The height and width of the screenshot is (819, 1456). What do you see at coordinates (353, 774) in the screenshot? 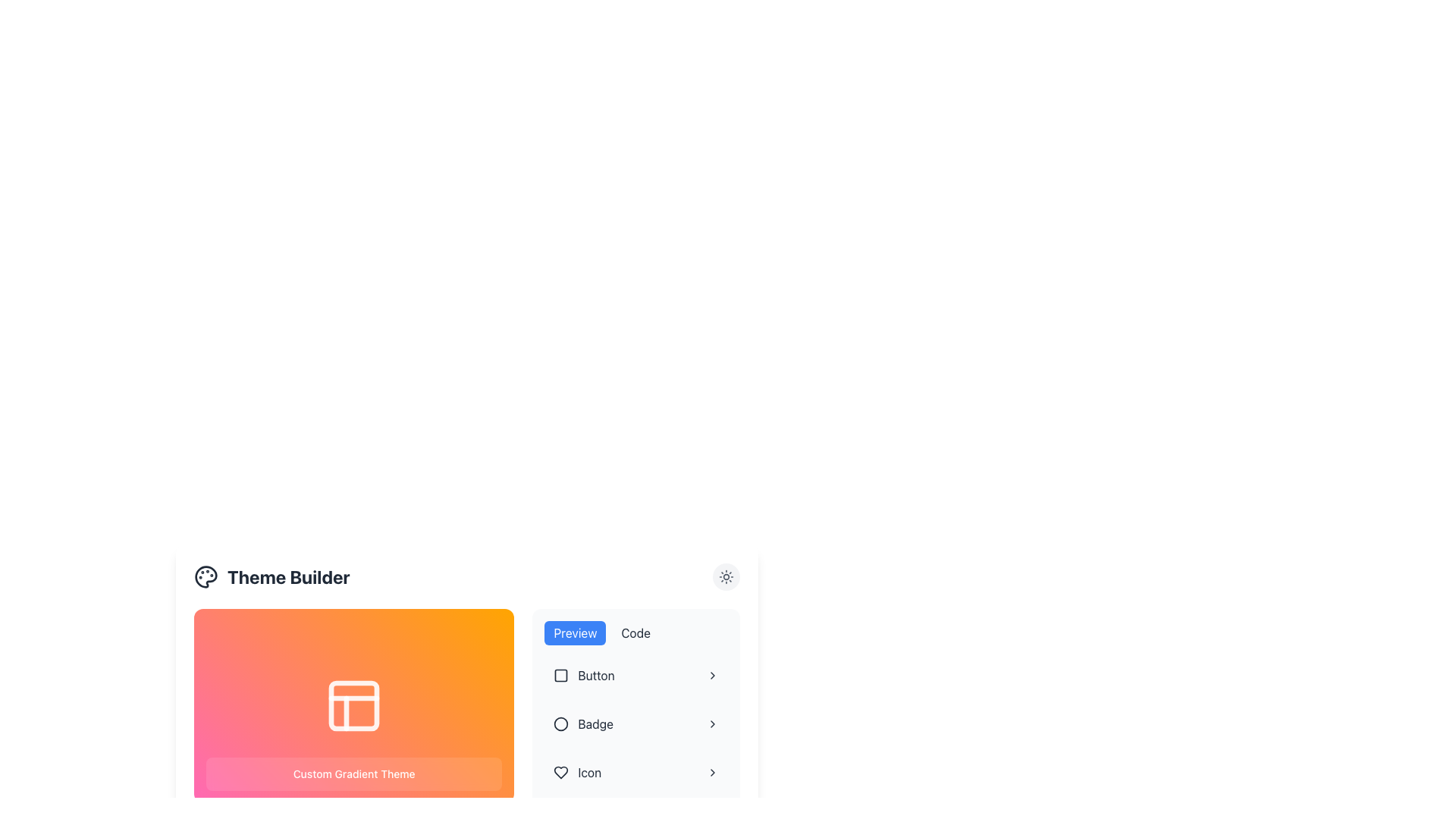
I see `the text label reading 'Custom Gradient Theme' which is centrally located within a horizontally-oriented box at the bottom of a gradient-themed card under the 'Theme Builder' heading` at bounding box center [353, 774].